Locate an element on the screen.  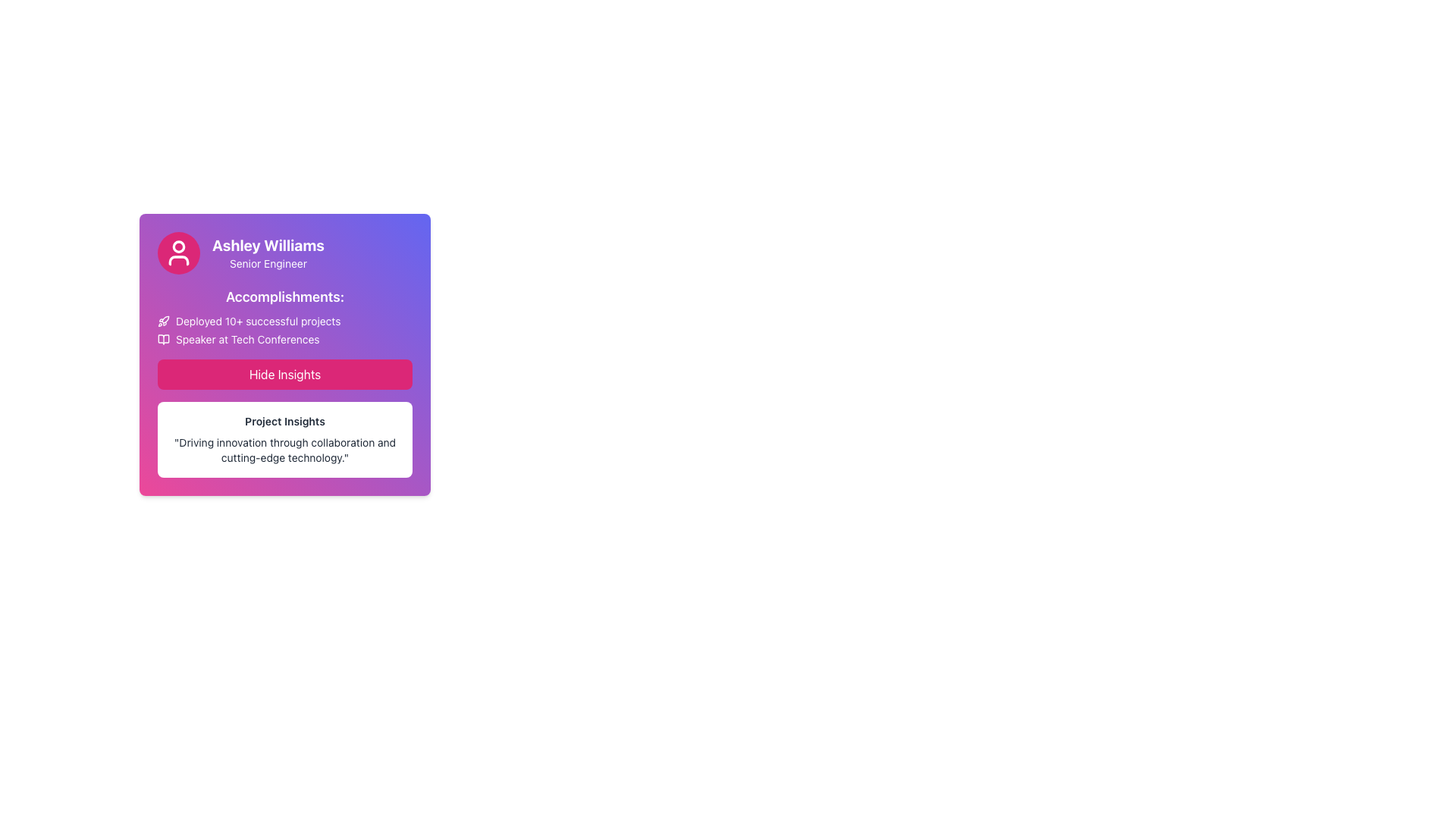
the Text block containing the lines 'Deployed 10+ successful projects' with a rocket icon and 'Speaker at Tech Conferences' with a book icon, which is styled with a purple gradient background and located below the 'Accomplishments:' heading is located at coordinates (284, 329).